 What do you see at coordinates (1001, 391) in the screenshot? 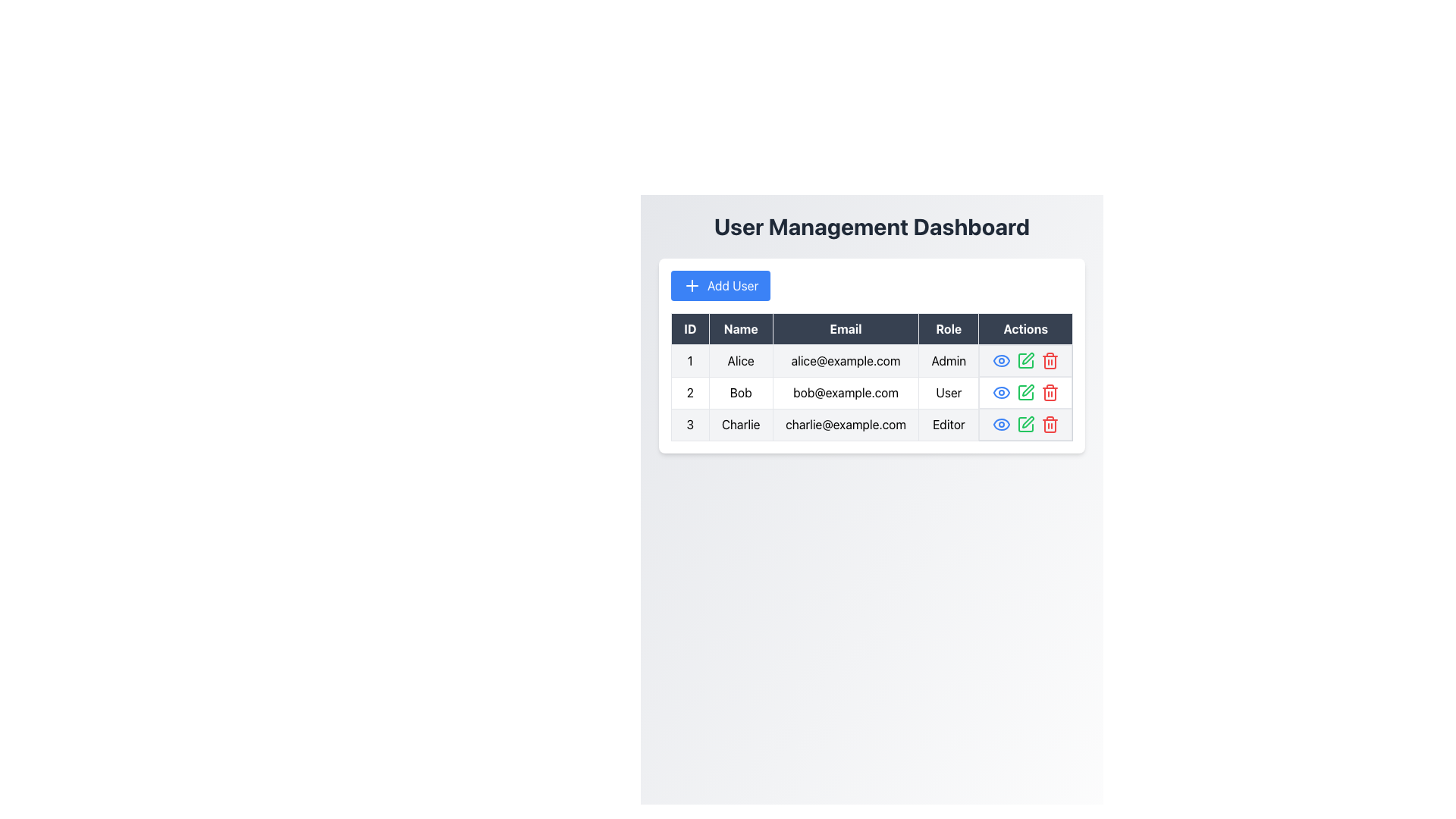
I see `the blue eye-shaped icon in the 'Actions' column of Bob's row` at bounding box center [1001, 391].